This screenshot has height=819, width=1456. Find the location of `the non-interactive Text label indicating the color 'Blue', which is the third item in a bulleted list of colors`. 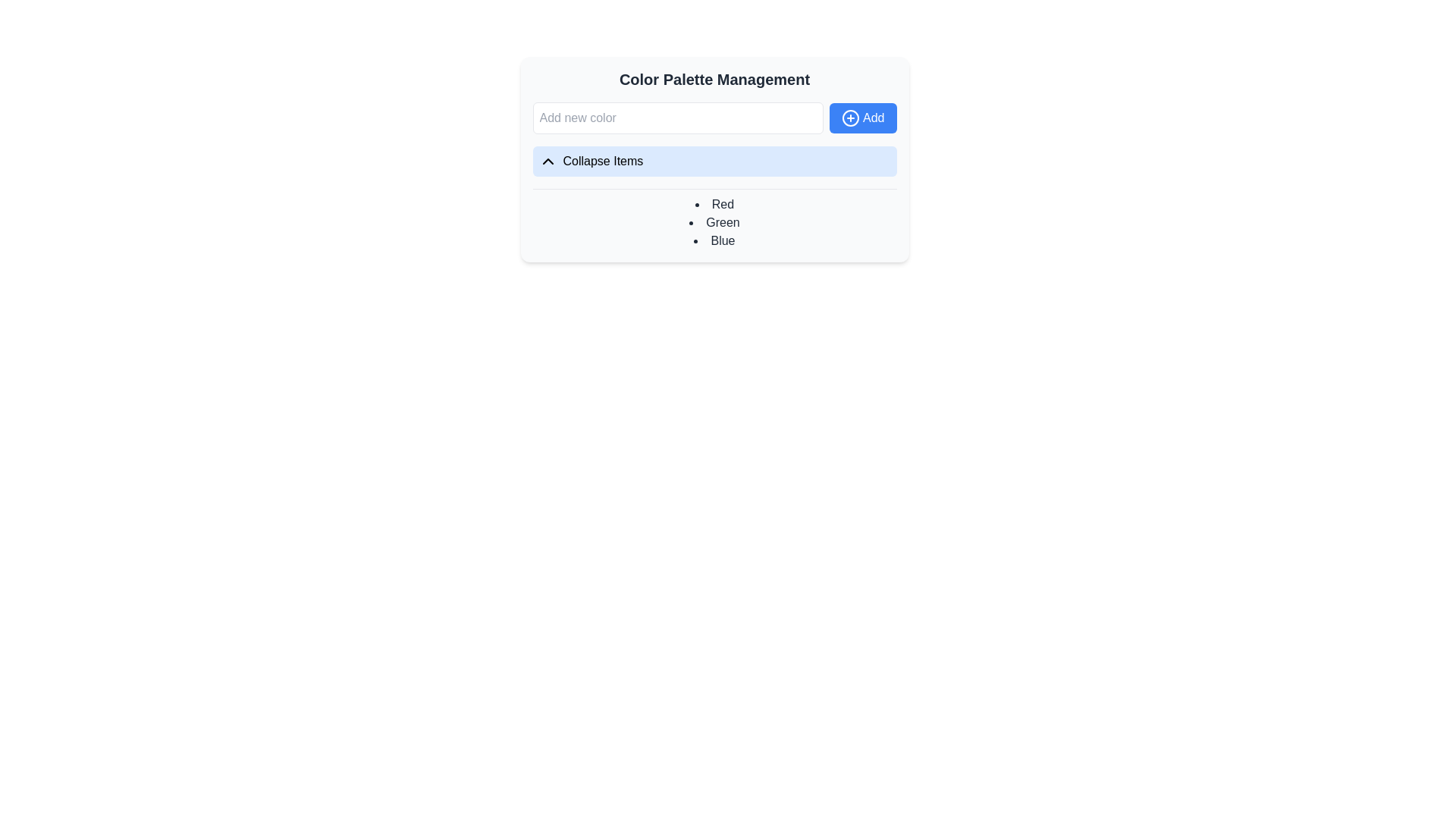

the non-interactive Text label indicating the color 'Blue', which is the third item in a bulleted list of colors is located at coordinates (714, 240).